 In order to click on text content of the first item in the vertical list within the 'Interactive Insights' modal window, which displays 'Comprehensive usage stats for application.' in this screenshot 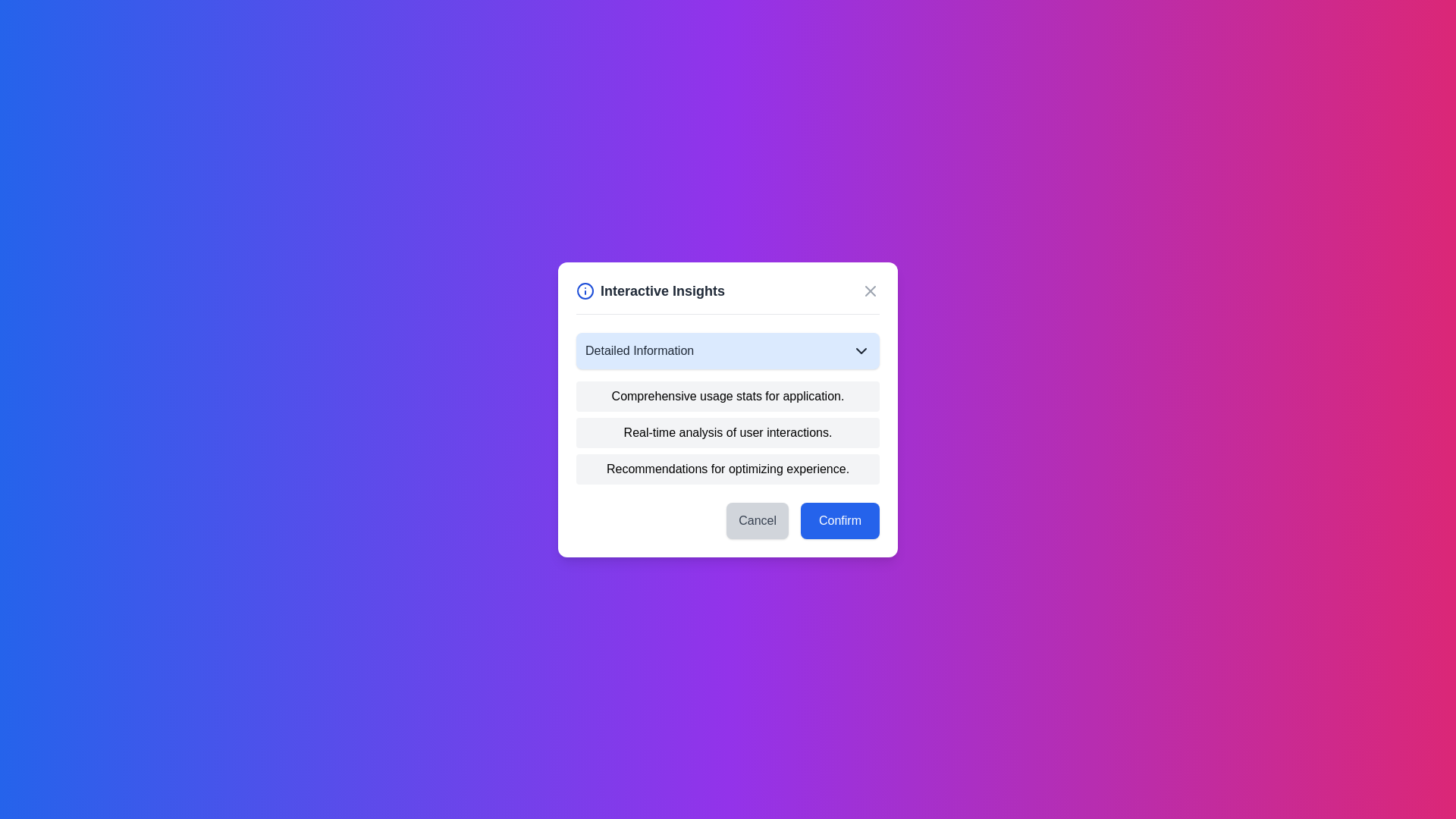, I will do `click(728, 395)`.